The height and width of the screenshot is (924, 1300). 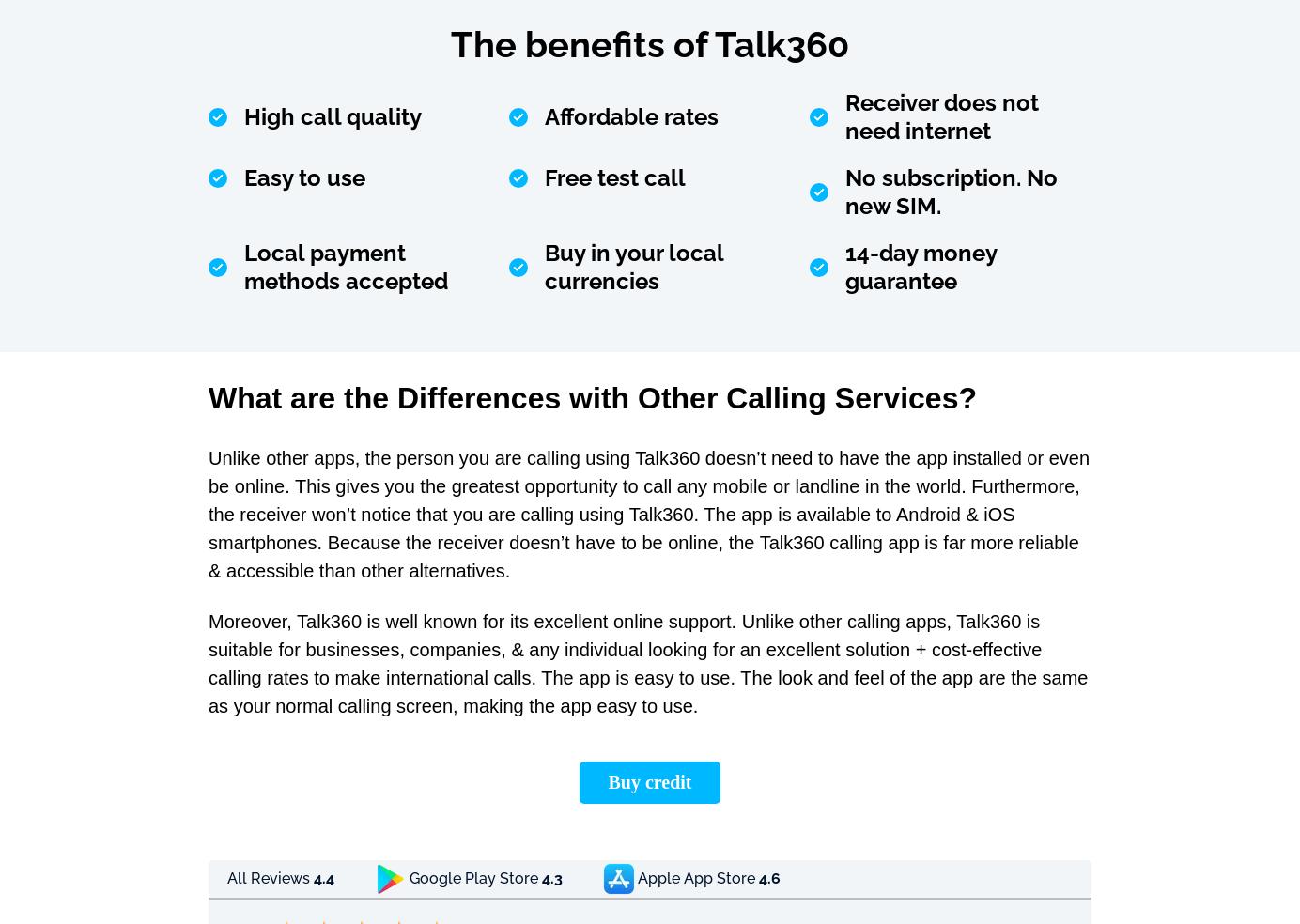 I want to click on 'All Reviews', so click(x=270, y=878).